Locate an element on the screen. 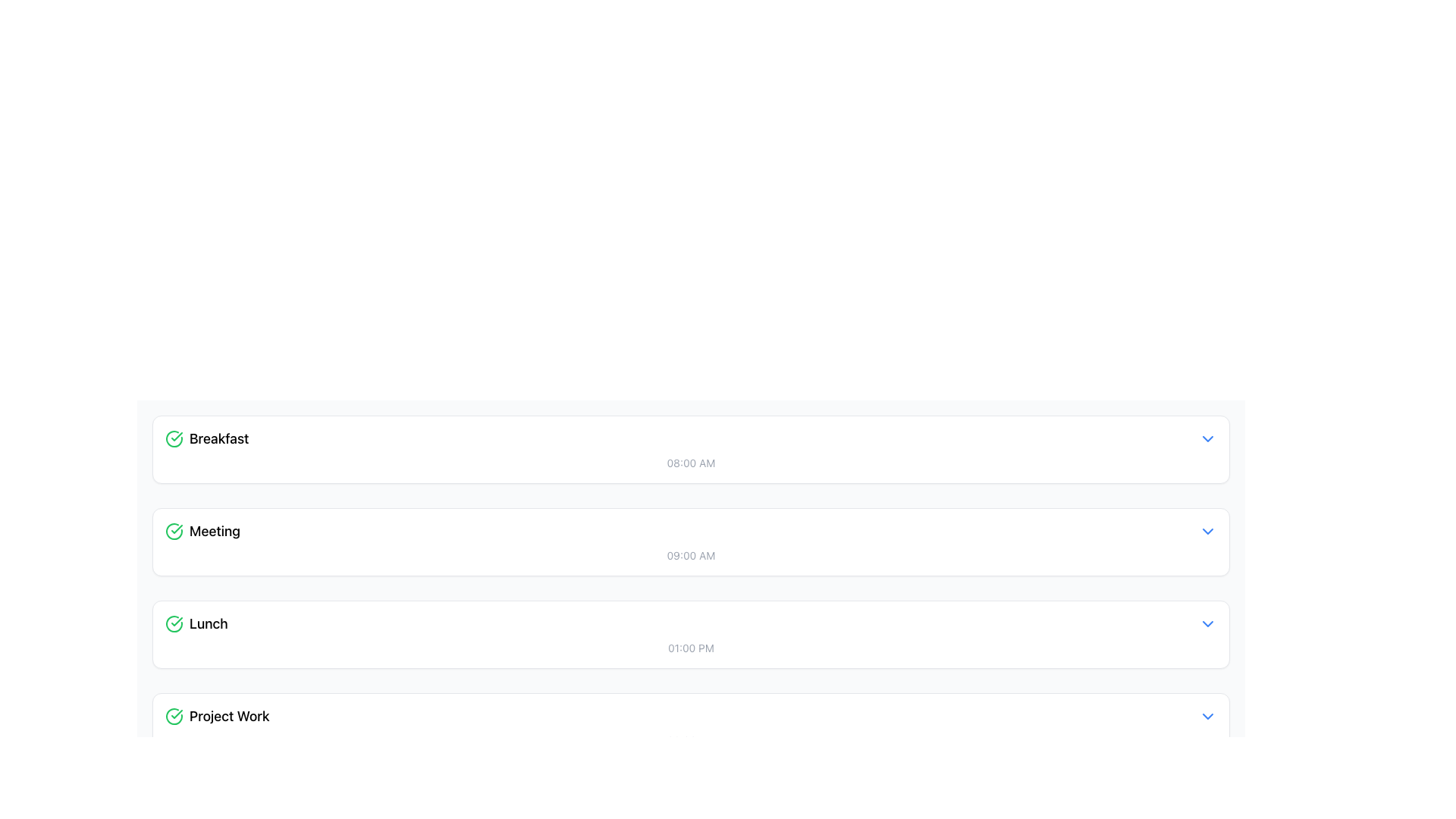 The image size is (1456, 819). label of the first List Item in the task list, which features a green circular checkmark icon and the text 'Breakfast' is located at coordinates (206, 438).